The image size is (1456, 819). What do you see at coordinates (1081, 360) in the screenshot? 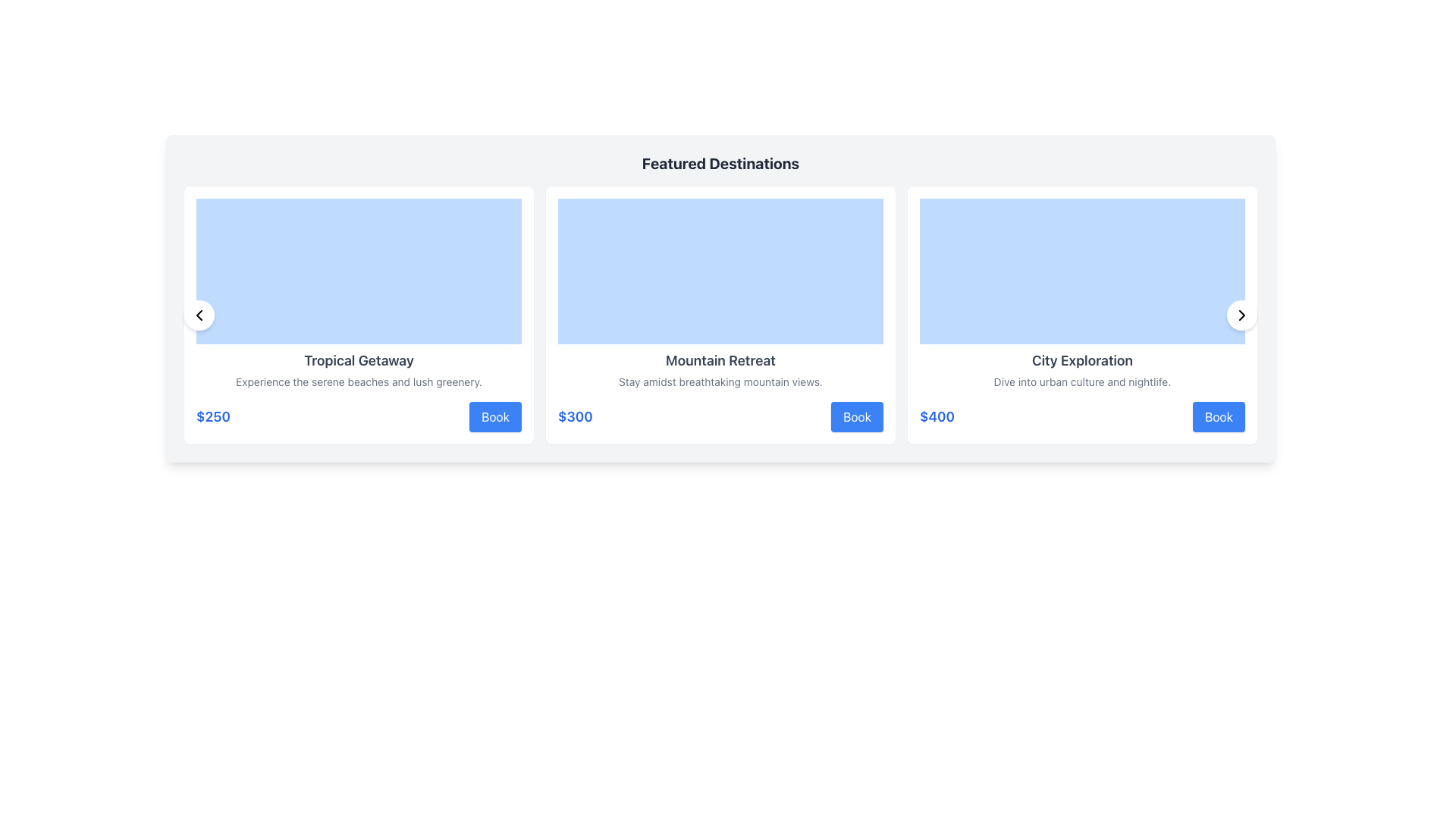
I see `text label that says 'City Exploration', which is centrally aligned in a white card beneath an image area` at bounding box center [1081, 360].